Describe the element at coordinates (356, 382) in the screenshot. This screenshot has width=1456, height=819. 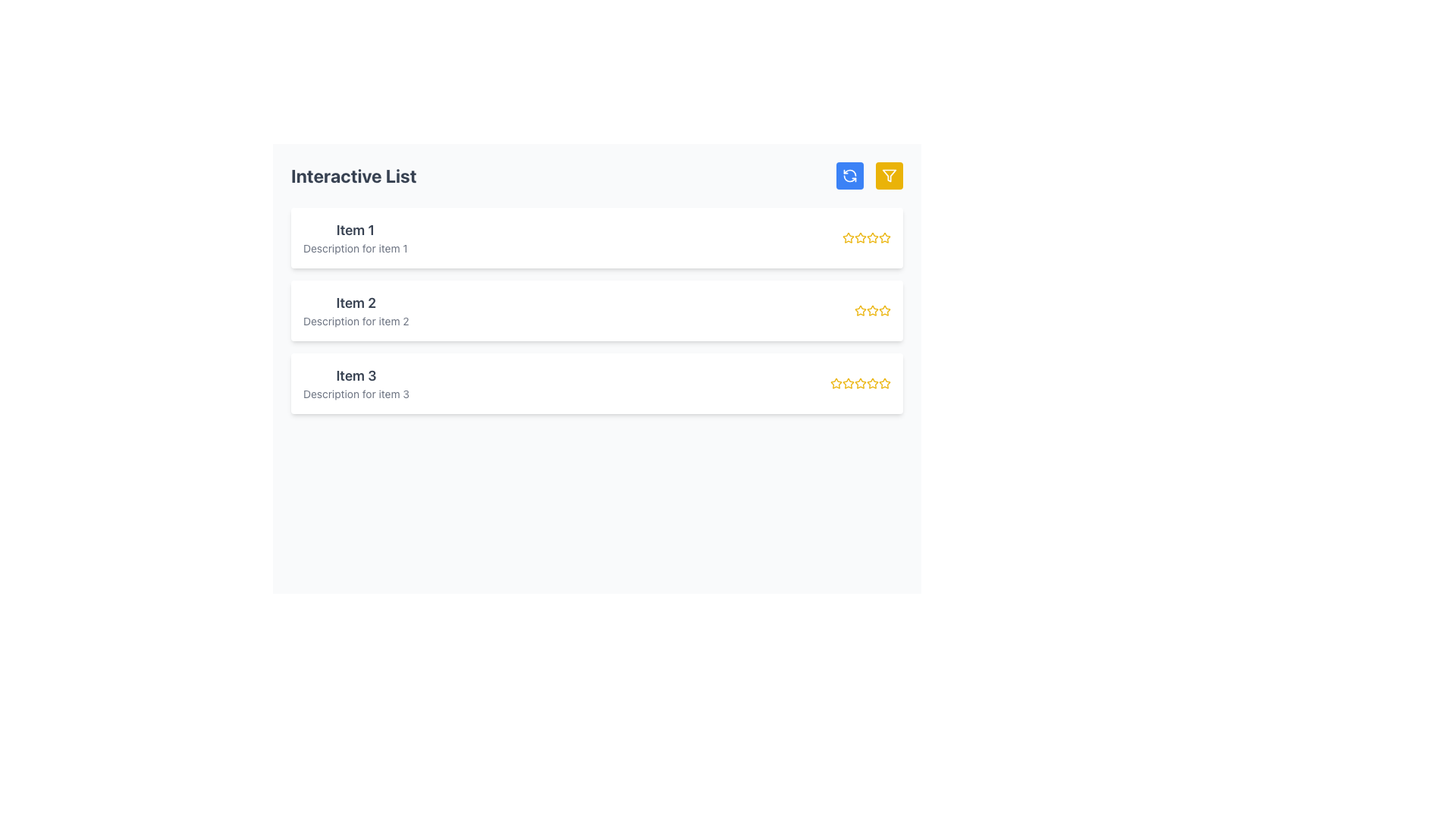
I see `the third list item titled 'Item 3'` at that location.